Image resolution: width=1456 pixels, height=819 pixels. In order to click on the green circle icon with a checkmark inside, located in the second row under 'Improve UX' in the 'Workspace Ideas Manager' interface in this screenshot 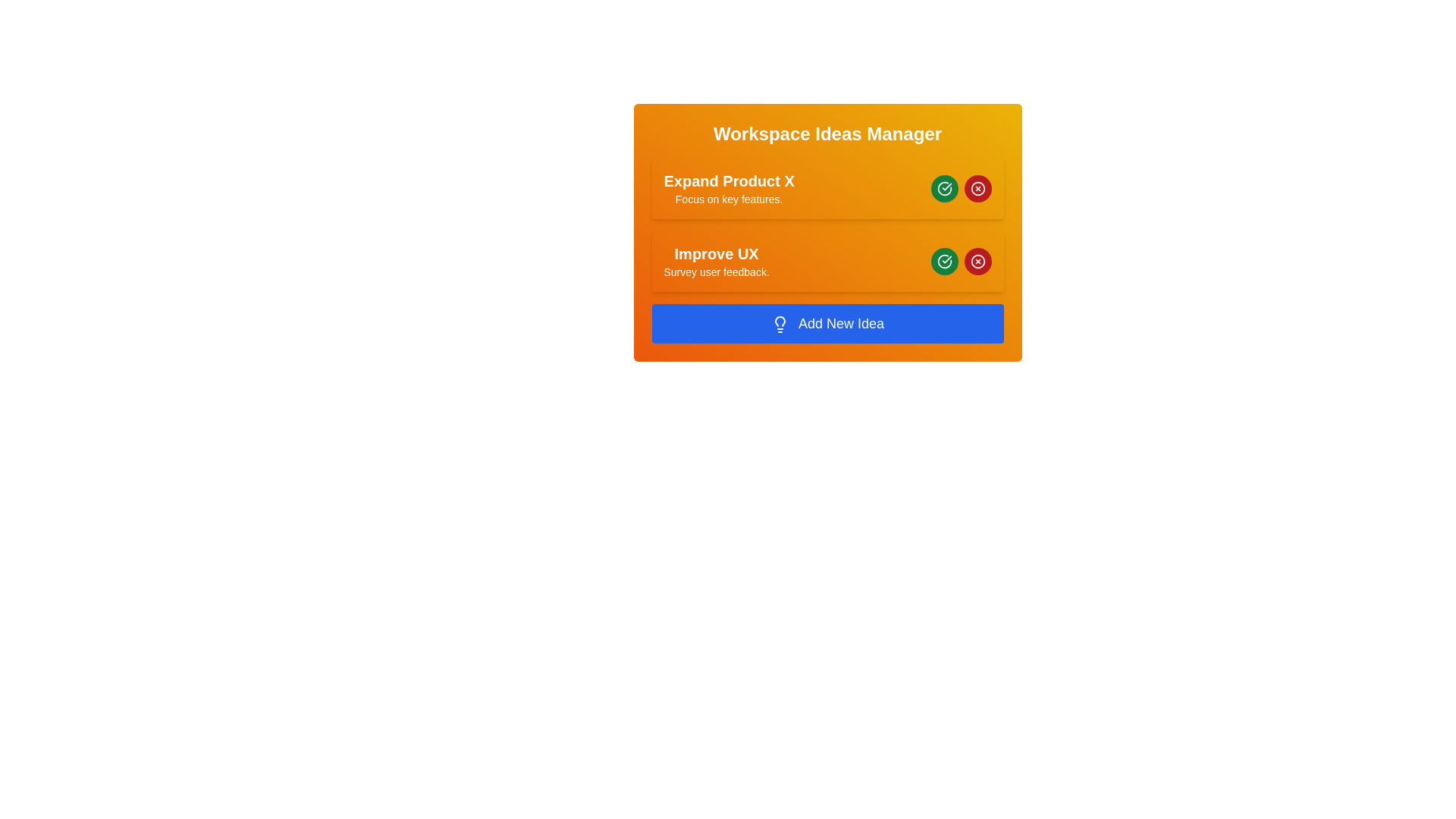, I will do `click(943, 260)`.